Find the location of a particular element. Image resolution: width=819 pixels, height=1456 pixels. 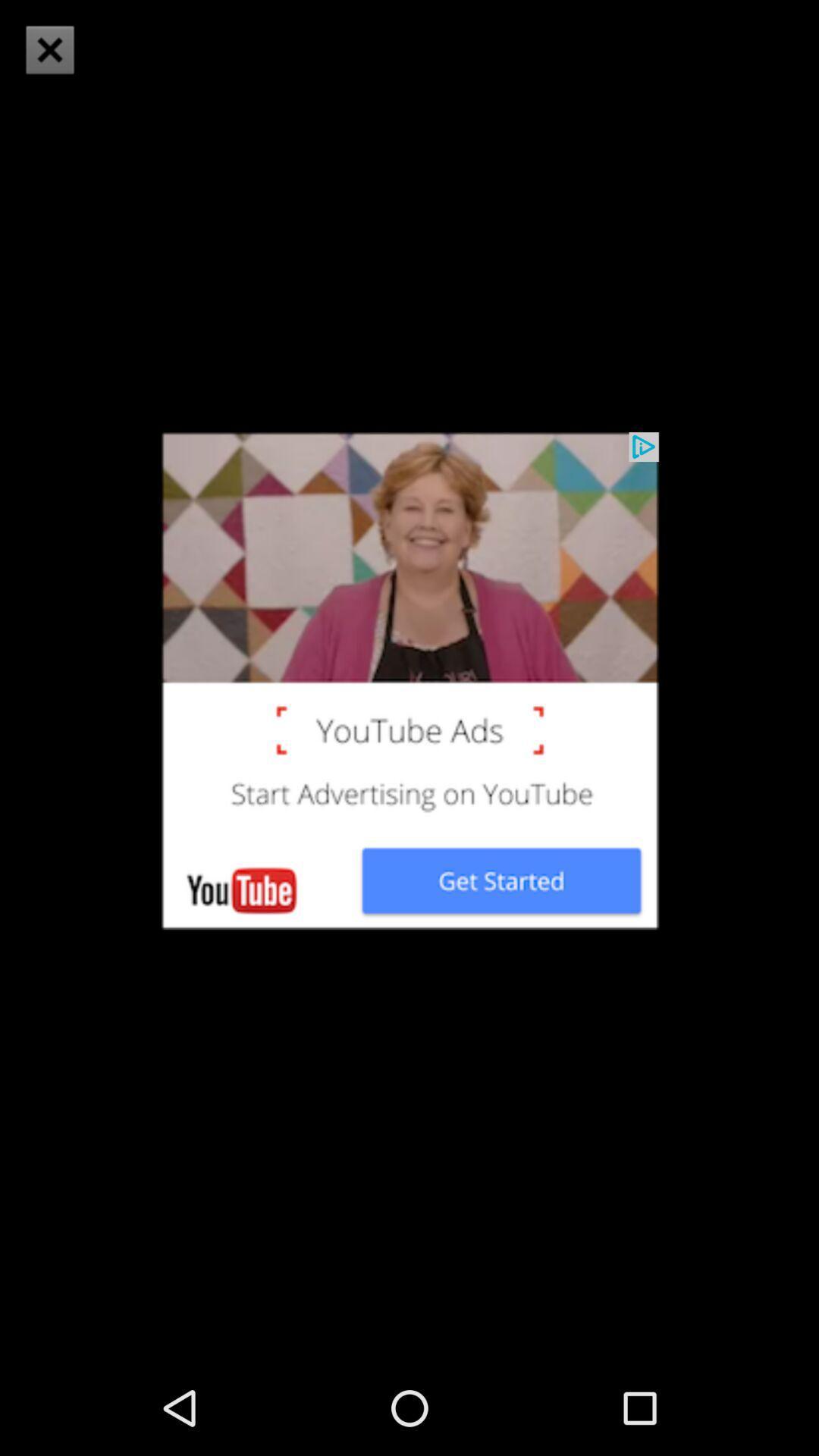

the close icon is located at coordinates (49, 53).